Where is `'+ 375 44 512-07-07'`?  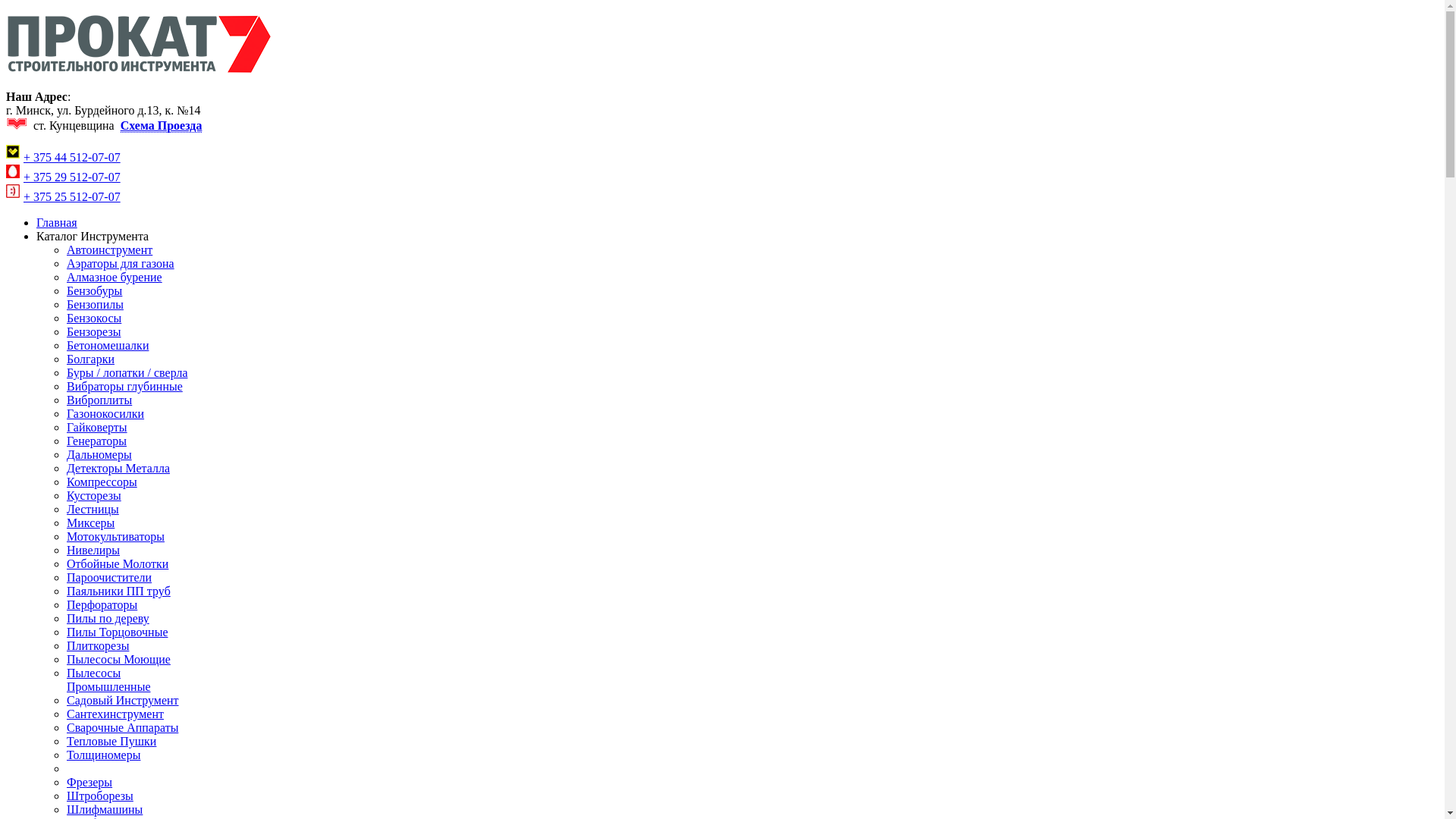
'+ 375 44 512-07-07' is located at coordinates (23, 157).